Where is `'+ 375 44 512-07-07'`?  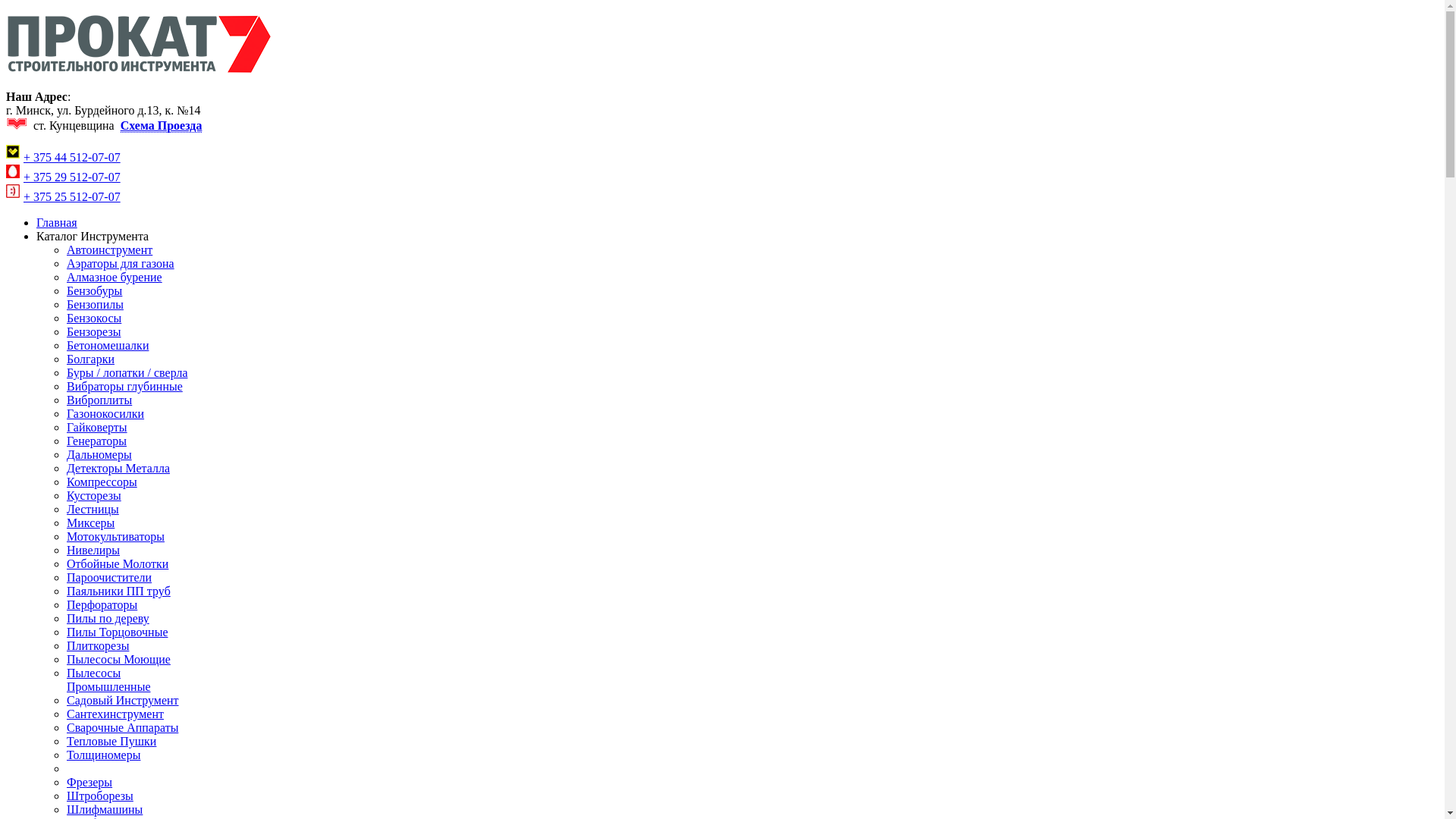
'+ 375 44 512-07-07' is located at coordinates (23, 157).